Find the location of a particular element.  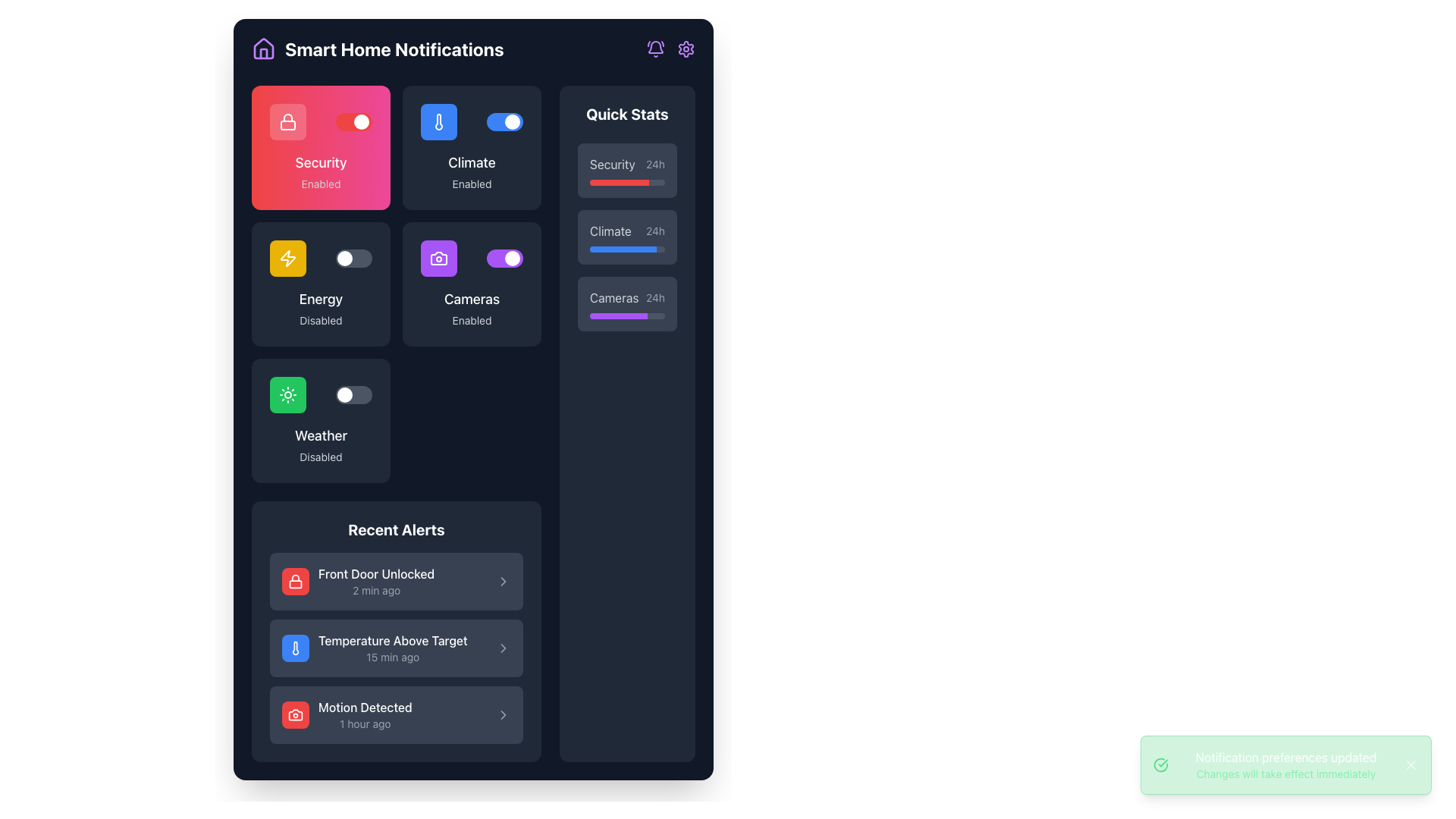

the toggle switch is located at coordinates (353, 121).